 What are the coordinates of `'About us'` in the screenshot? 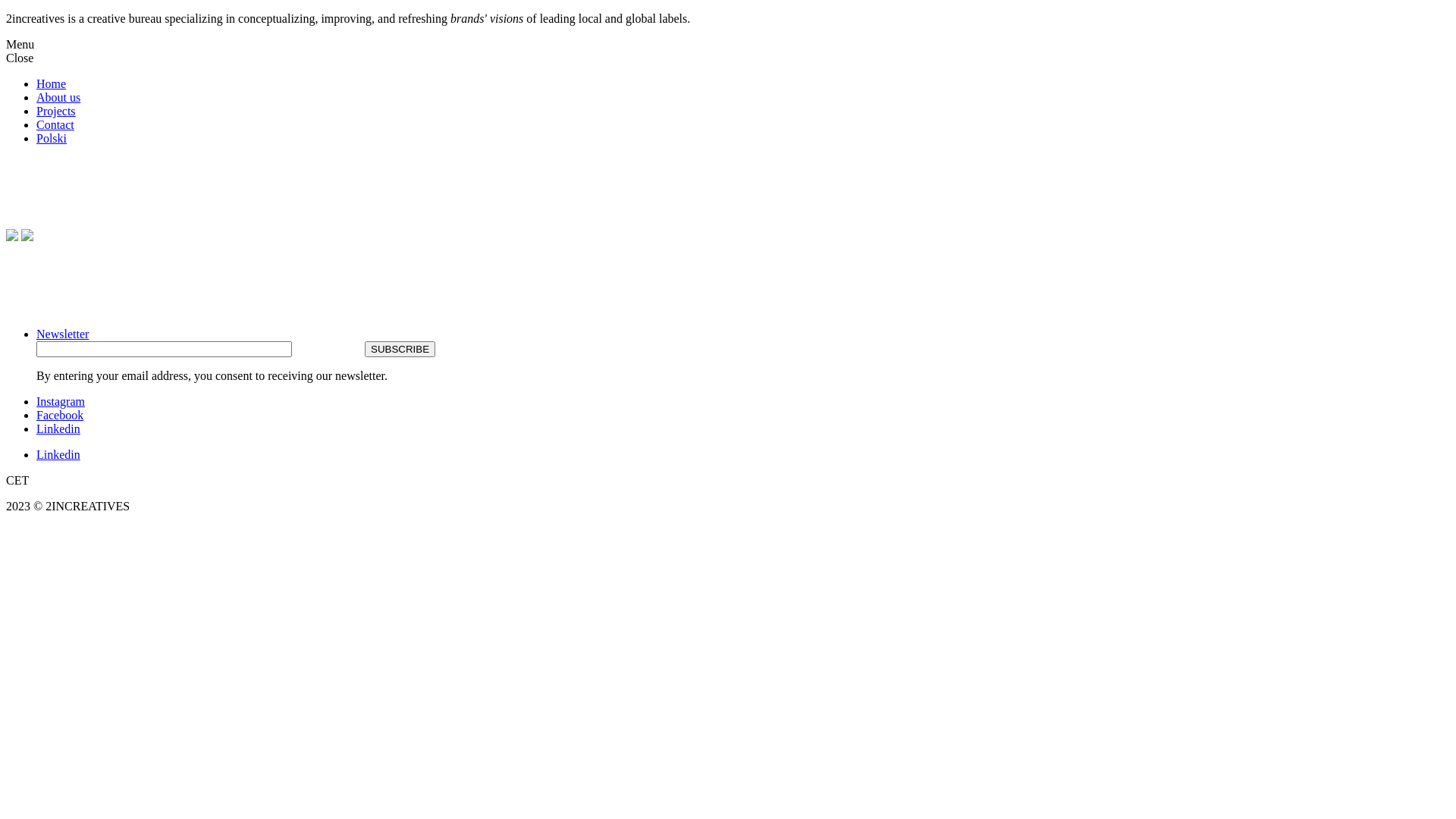 It's located at (58, 97).